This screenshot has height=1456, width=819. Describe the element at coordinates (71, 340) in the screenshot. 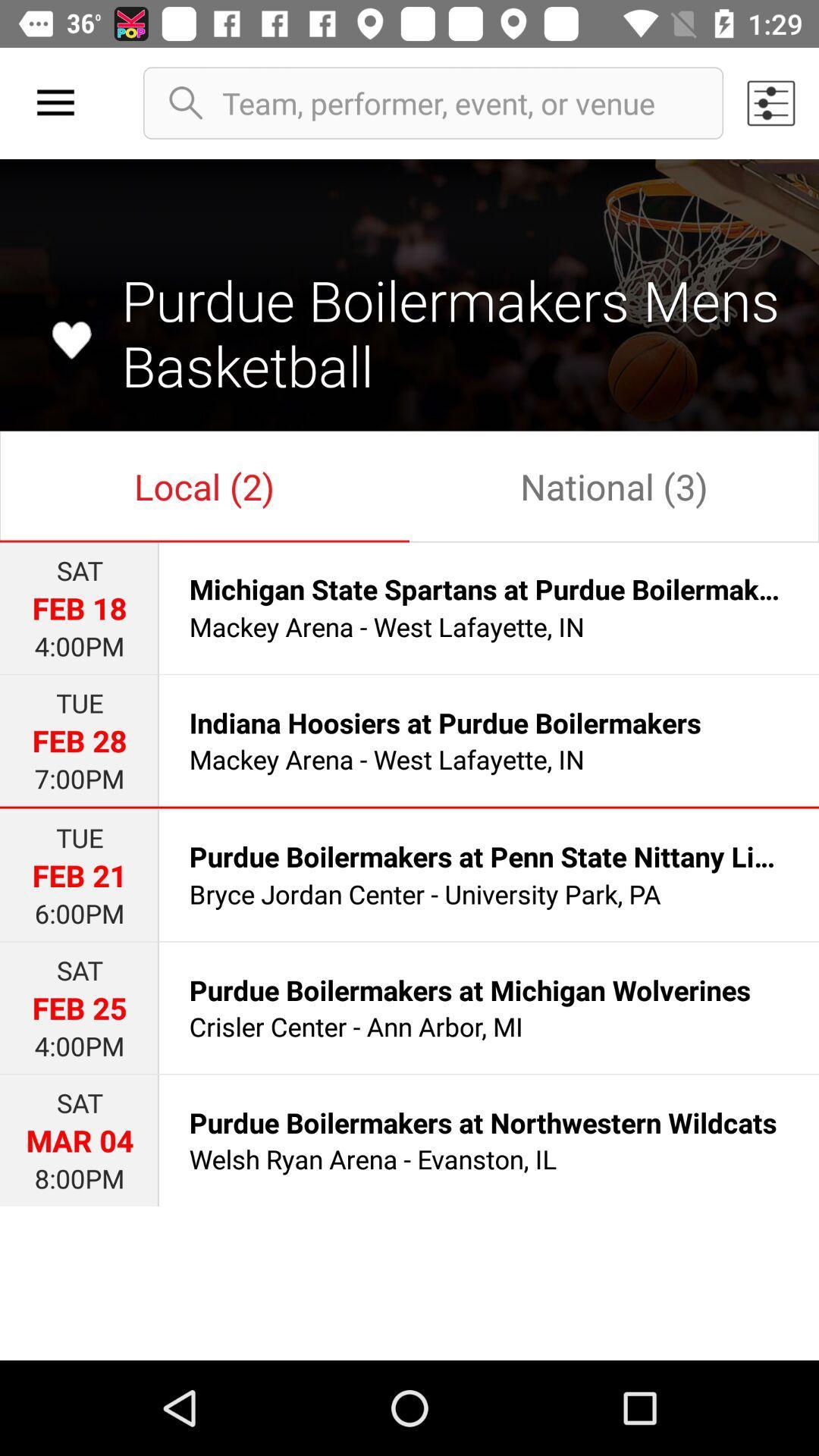

I see `the favorite icon` at that location.